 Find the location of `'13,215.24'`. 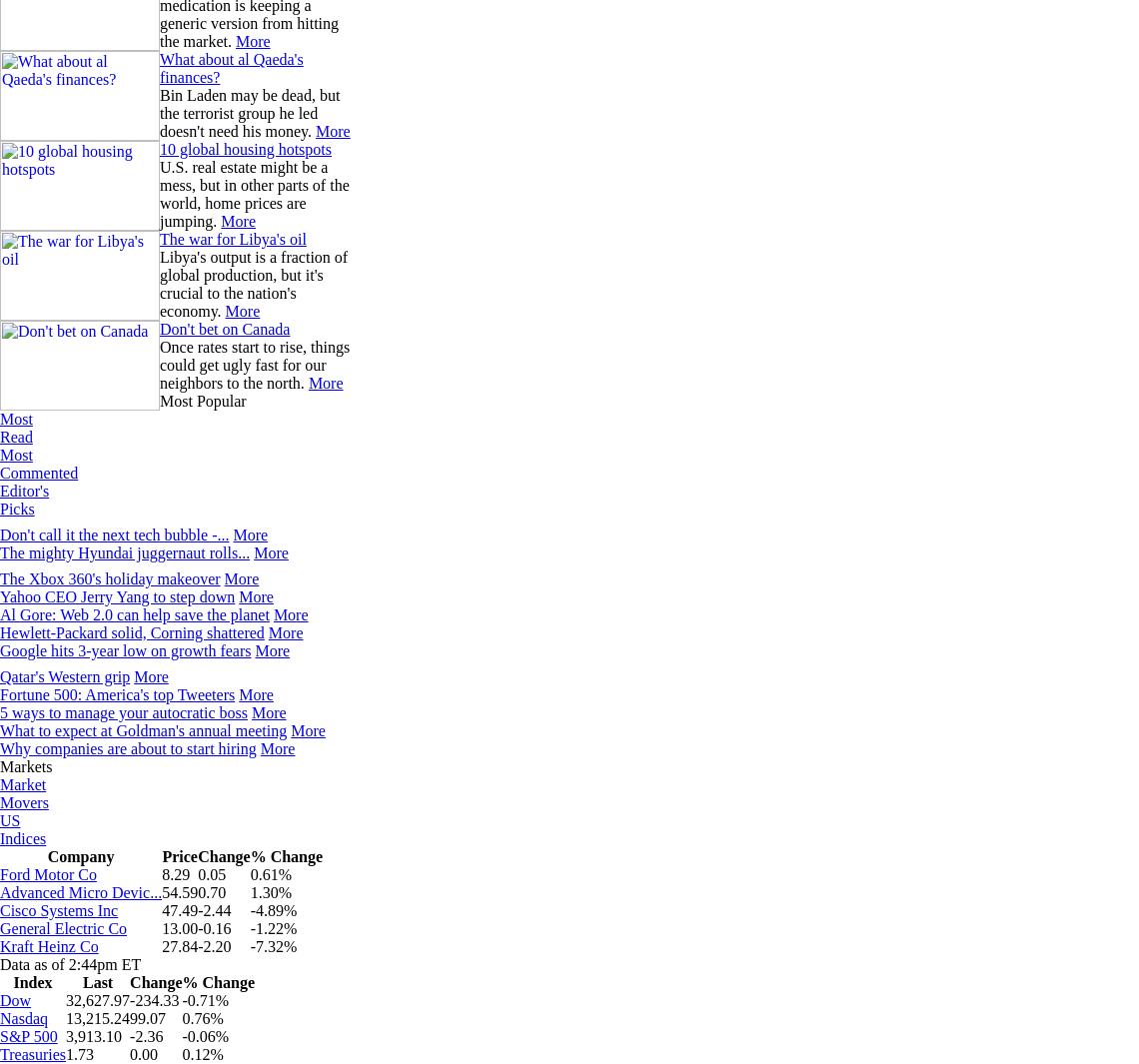

'13,215.24' is located at coordinates (66, 1018).